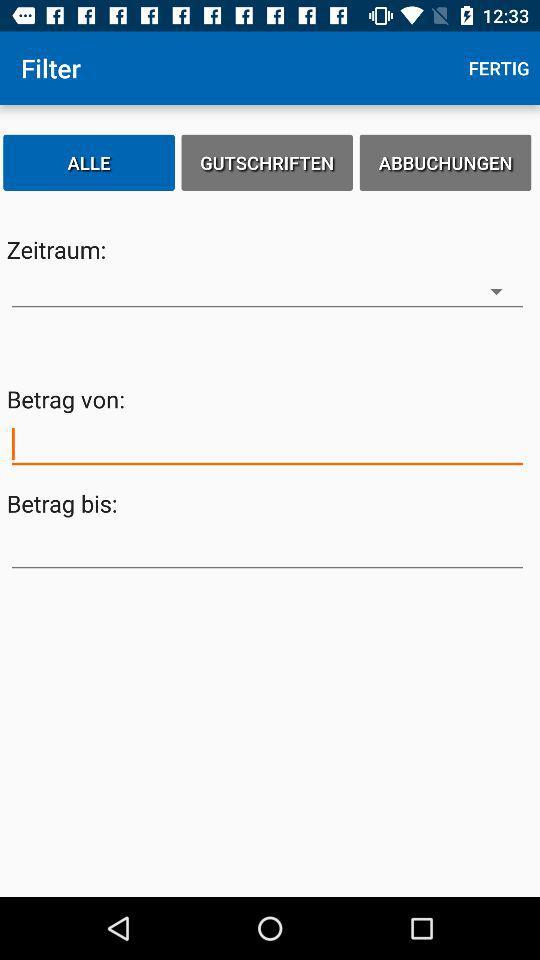 The image size is (540, 960). What do you see at coordinates (498, 68) in the screenshot?
I see `fertig item` at bounding box center [498, 68].